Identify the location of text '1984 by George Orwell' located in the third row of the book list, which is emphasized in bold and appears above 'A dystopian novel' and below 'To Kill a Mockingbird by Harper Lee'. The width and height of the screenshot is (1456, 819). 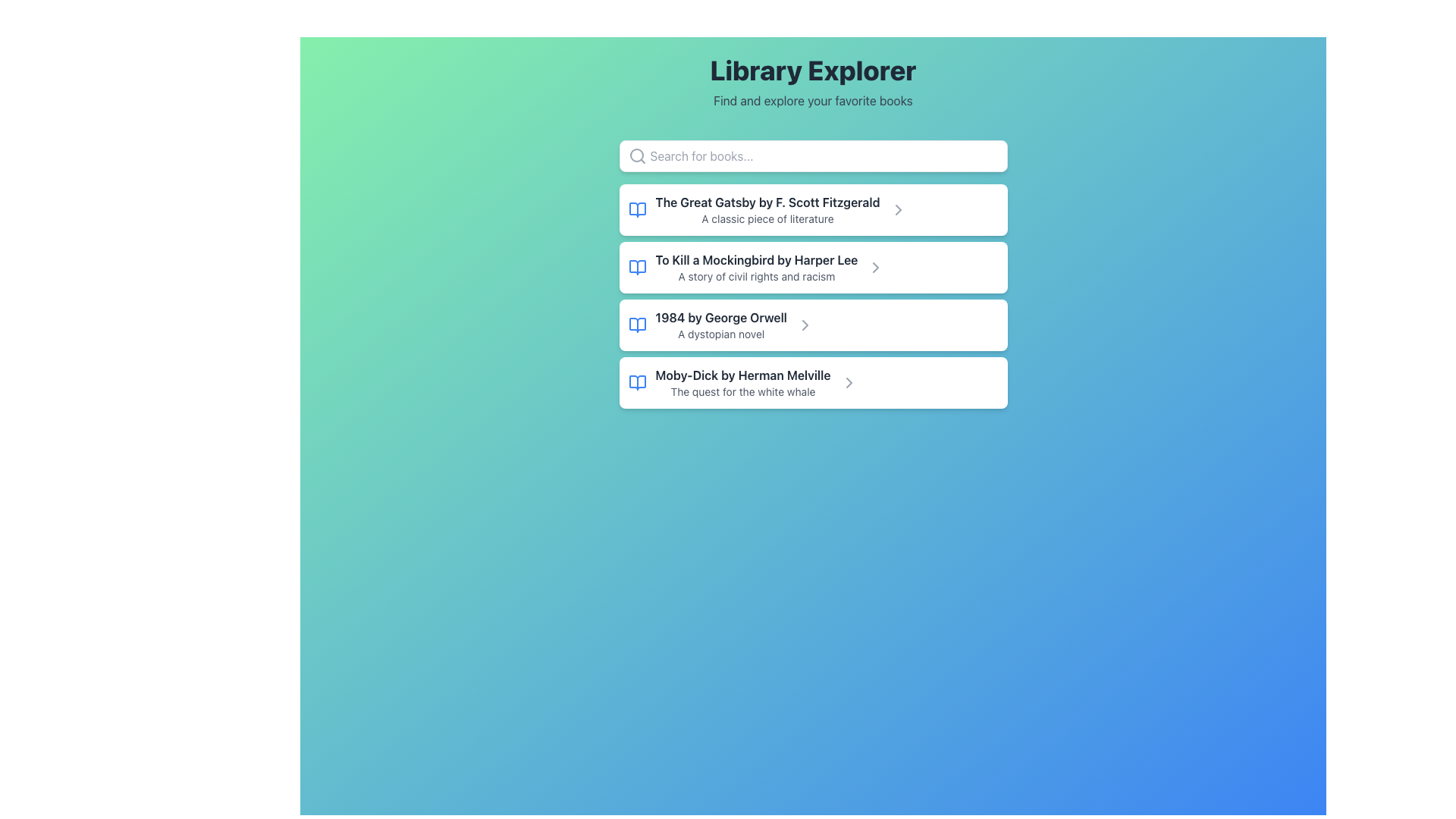
(720, 317).